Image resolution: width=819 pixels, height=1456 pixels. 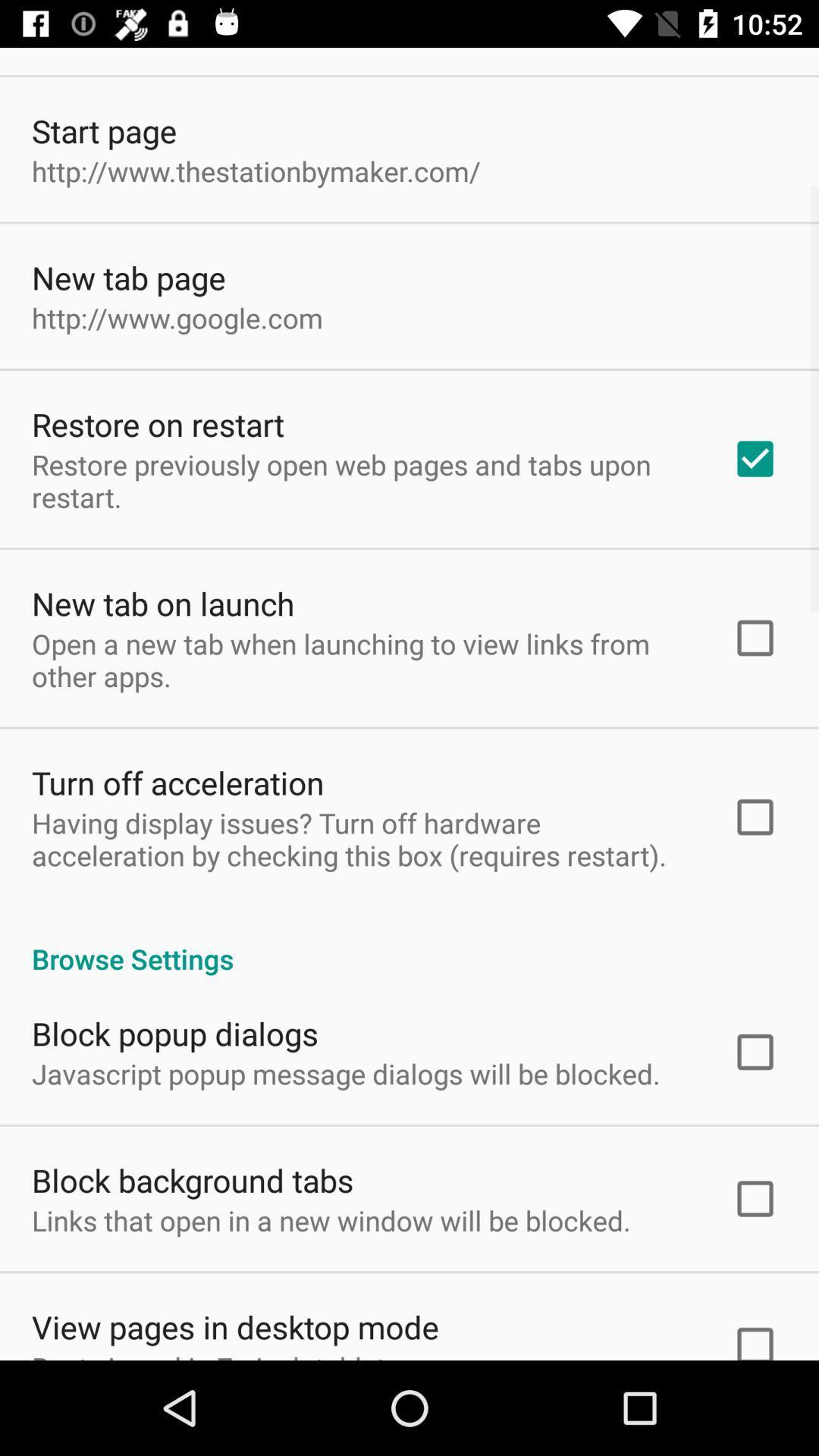 What do you see at coordinates (235, 1326) in the screenshot?
I see `the app above the best viewed in icon` at bounding box center [235, 1326].